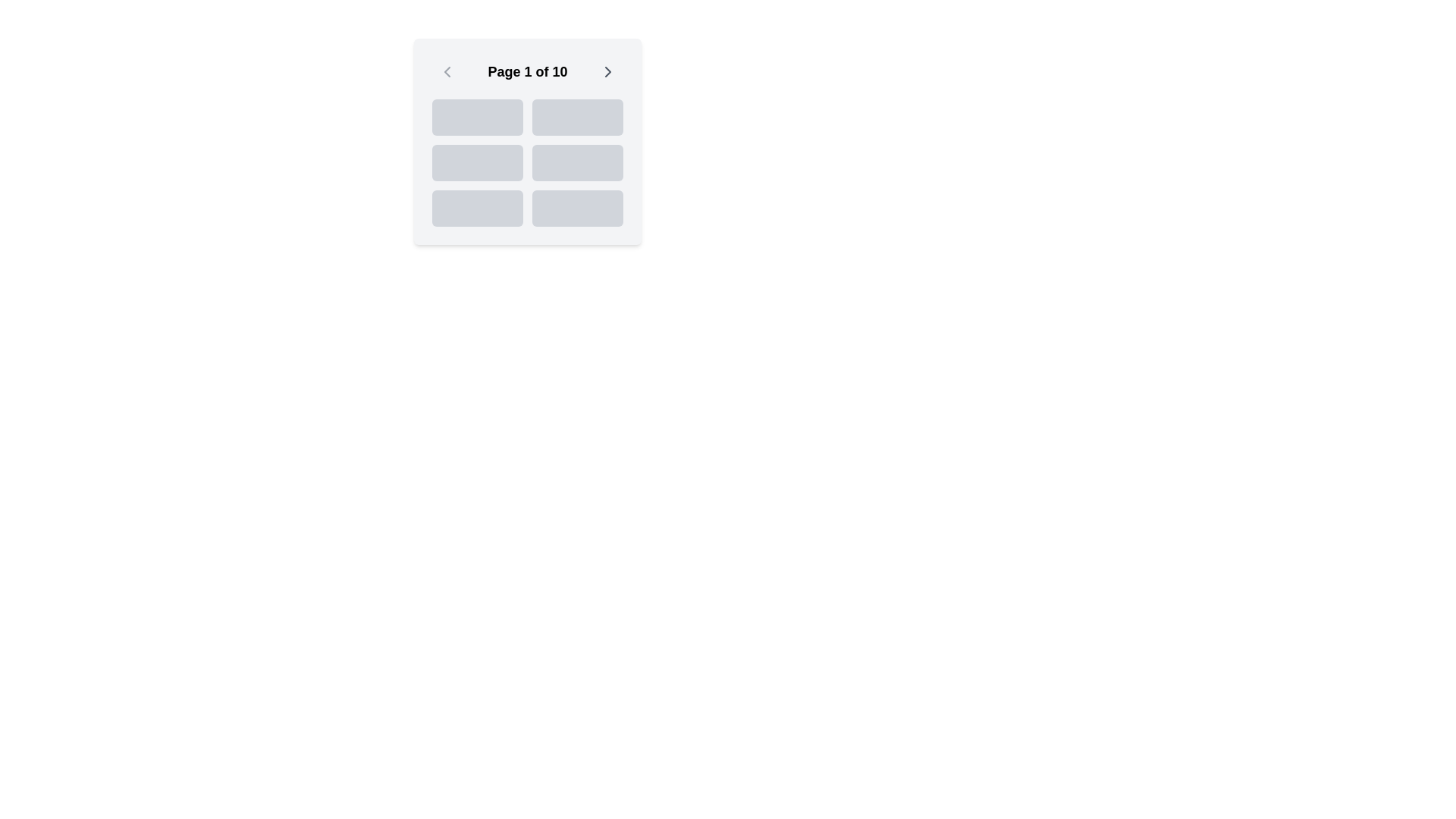 This screenshot has width=1456, height=819. Describe the element at coordinates (577, 116) in the screenshot. I see `the second item in the first row of a 2-column grid layout, positioned at the top-right corner` at that location.